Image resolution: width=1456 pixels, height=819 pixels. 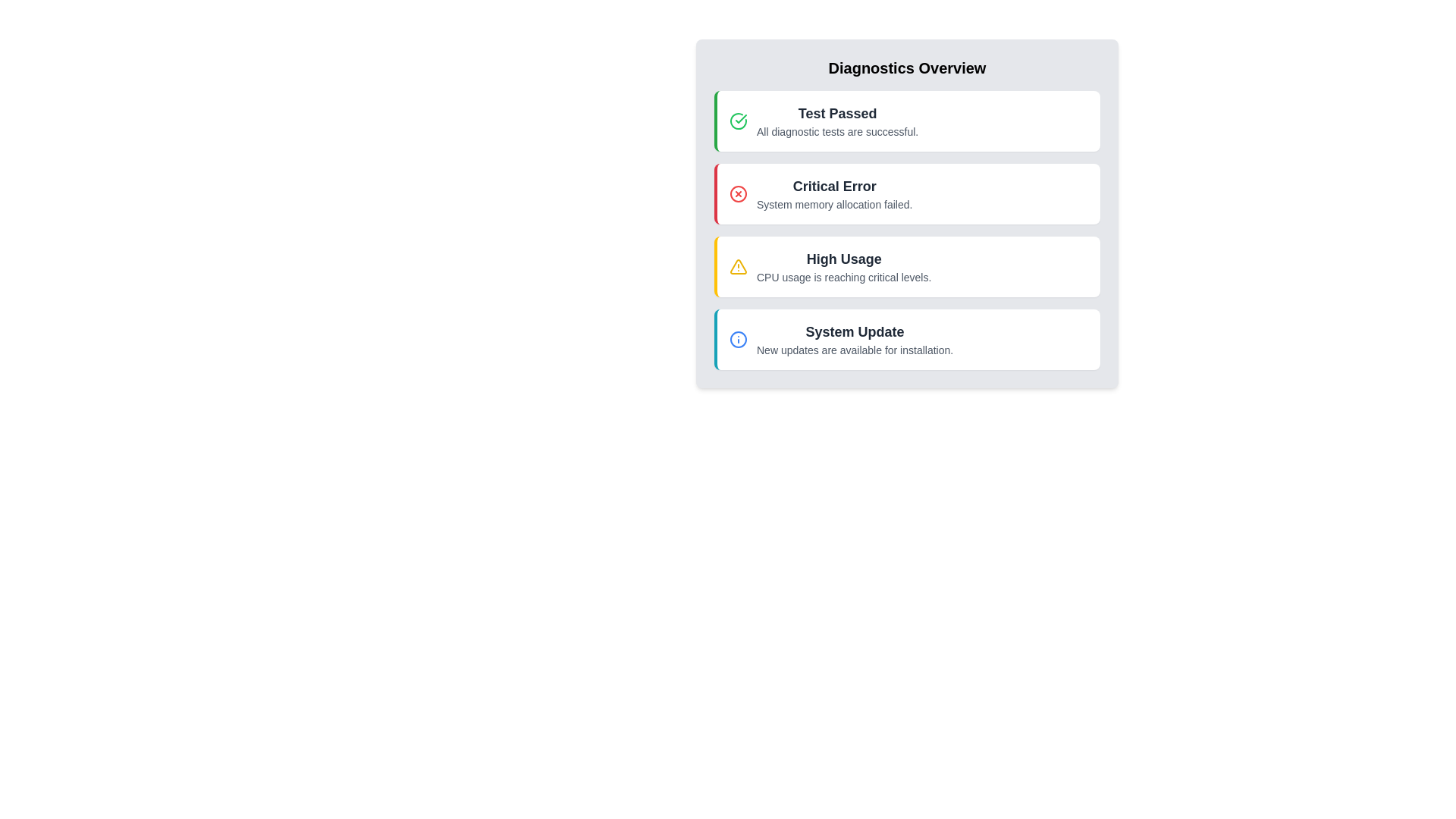 What do you see at coordinates (908, 120) in the screenshot?
I see `text of the Notification banner indicating the status of the diagnostic test as 'Passed', which is the first notification in the list` at bounding box center [908, 120].